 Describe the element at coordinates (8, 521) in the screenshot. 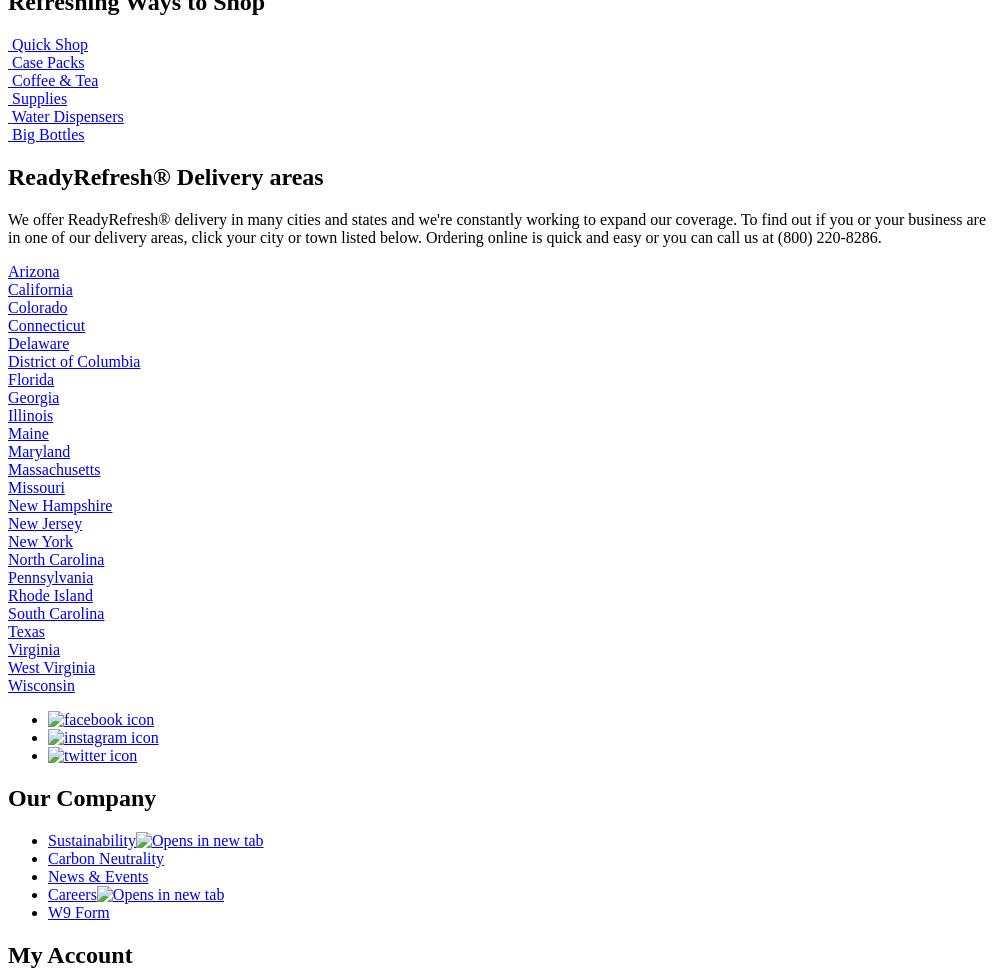

I see `'New Jersey'` at that location.